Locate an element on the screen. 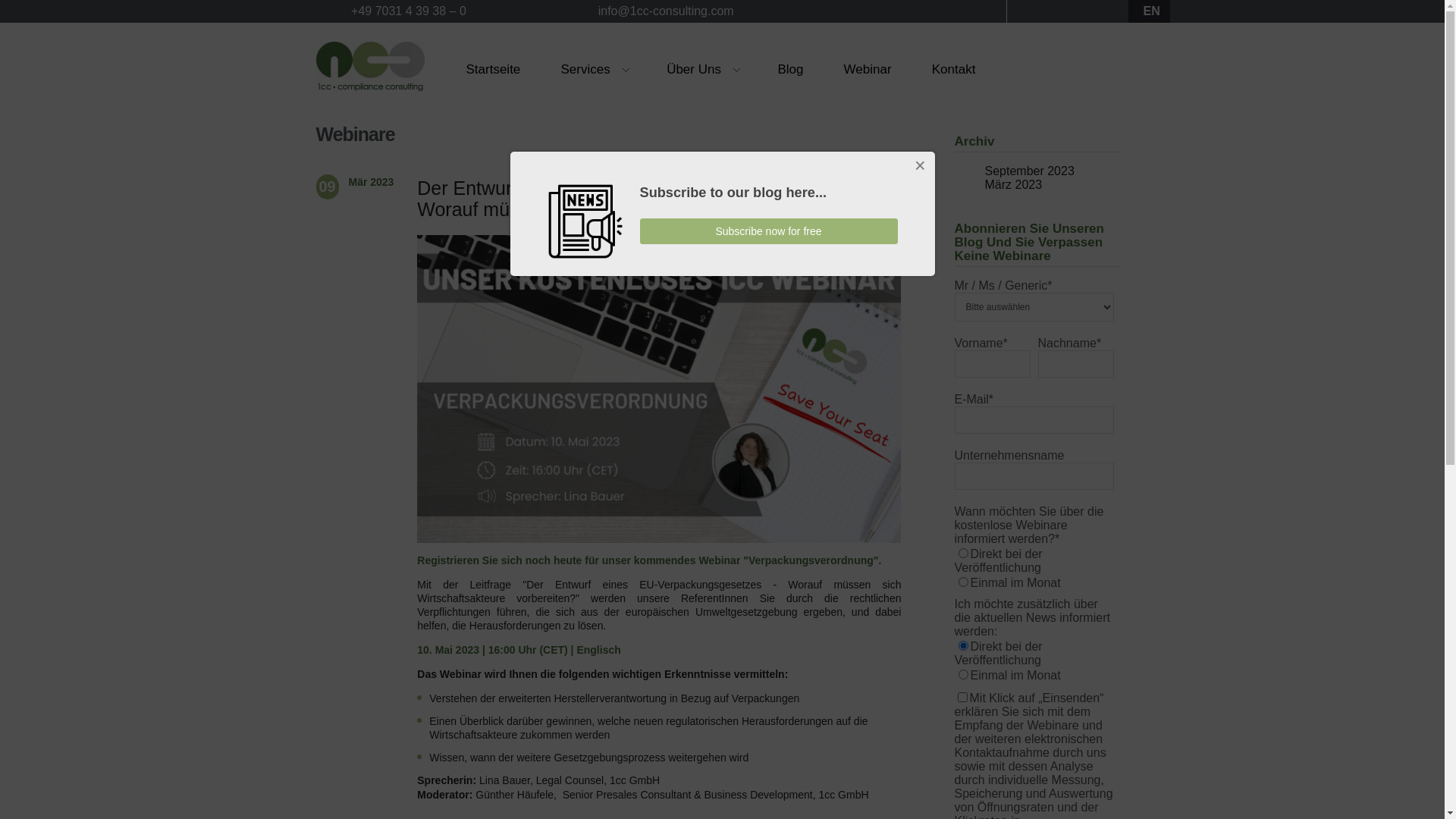 The height and width of the screenshot is (819, 1456). 'Startseite' is located at coordinates (494, 68).